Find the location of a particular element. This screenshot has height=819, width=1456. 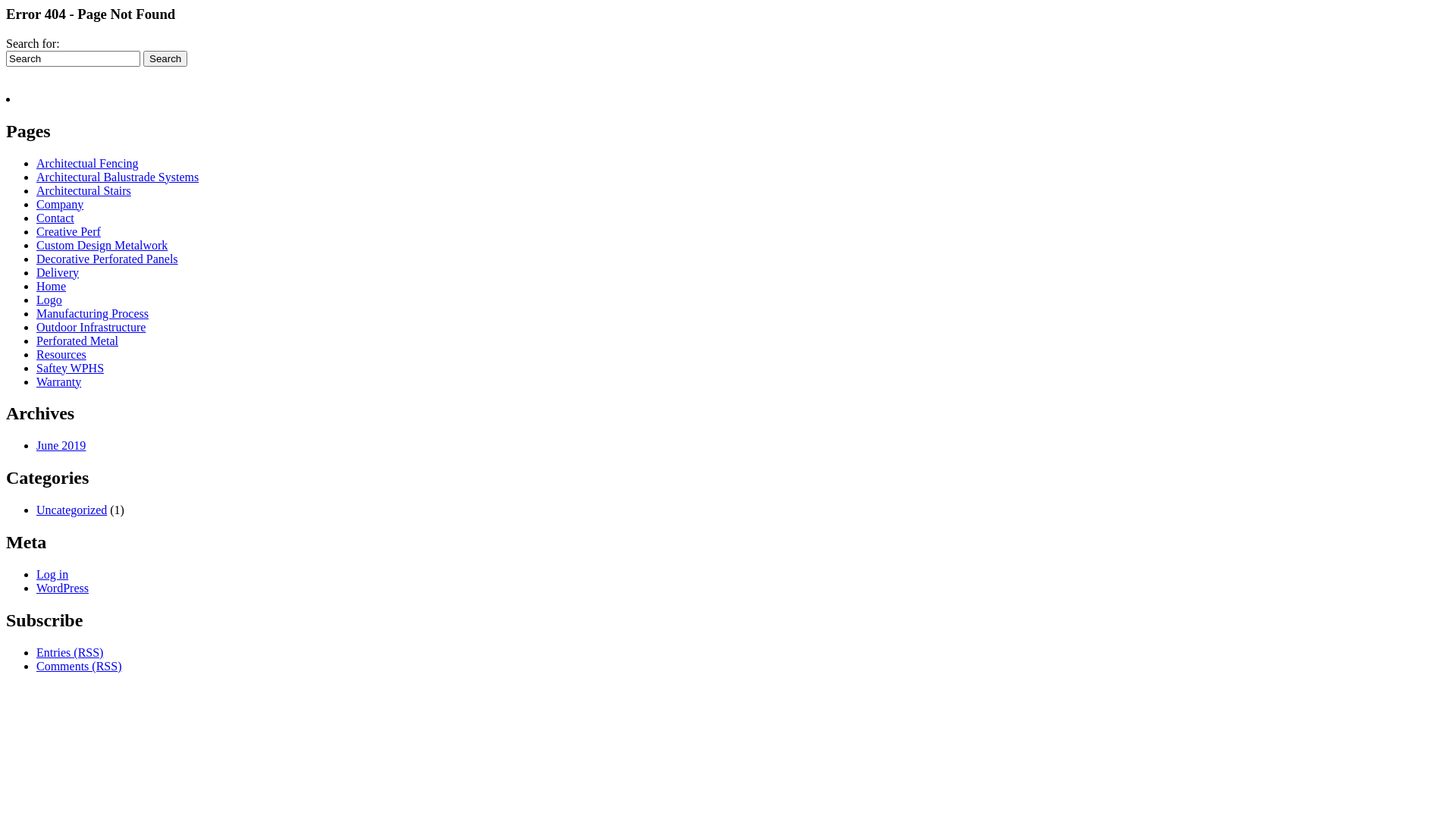

'Decorative Perforated Panels' is located at coordinates (36, 258).